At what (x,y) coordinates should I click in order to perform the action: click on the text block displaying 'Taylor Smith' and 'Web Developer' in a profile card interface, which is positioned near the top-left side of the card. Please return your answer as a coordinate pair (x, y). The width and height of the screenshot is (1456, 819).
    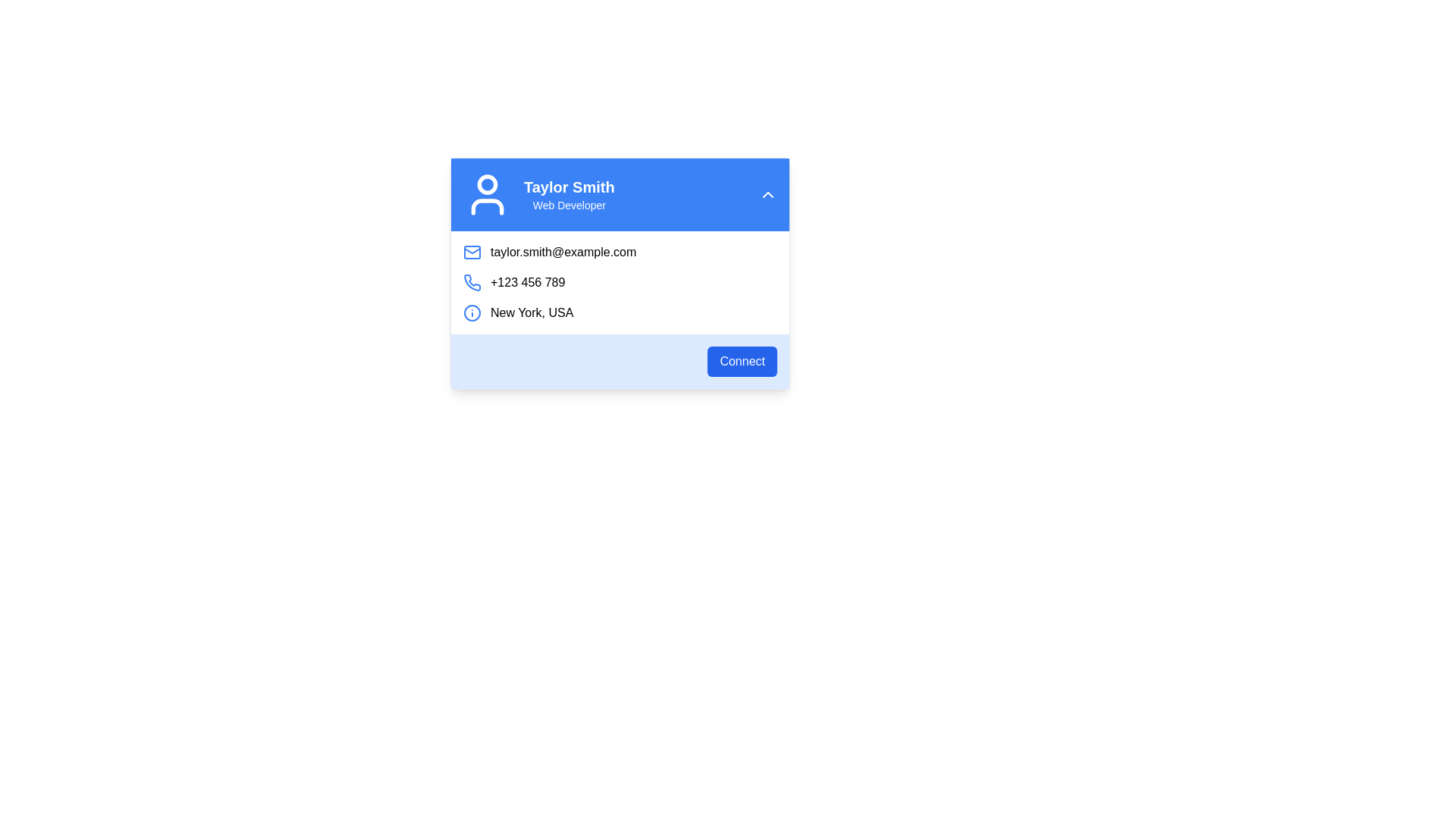
    Looking at the image, I should click on (568, 194).